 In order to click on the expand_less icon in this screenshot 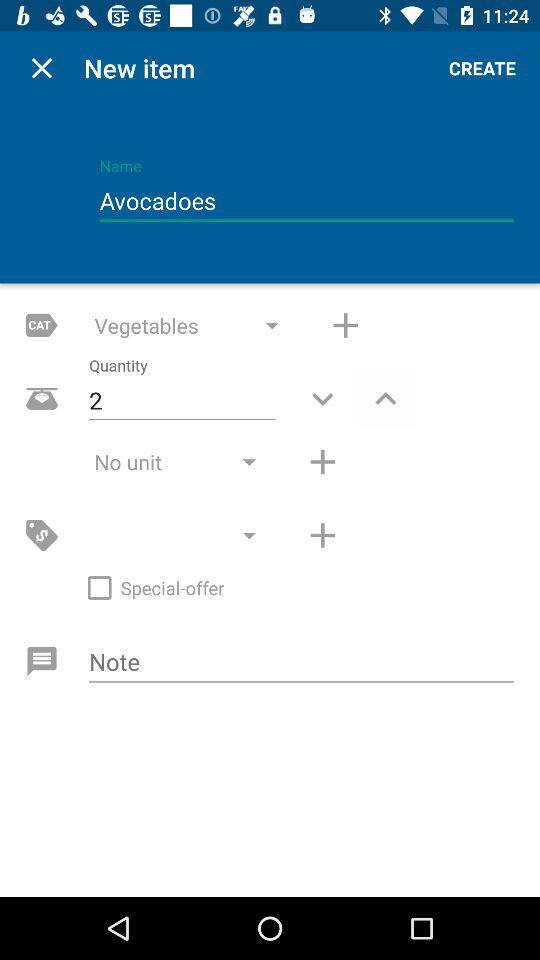, I will do `click(385, 397)`.